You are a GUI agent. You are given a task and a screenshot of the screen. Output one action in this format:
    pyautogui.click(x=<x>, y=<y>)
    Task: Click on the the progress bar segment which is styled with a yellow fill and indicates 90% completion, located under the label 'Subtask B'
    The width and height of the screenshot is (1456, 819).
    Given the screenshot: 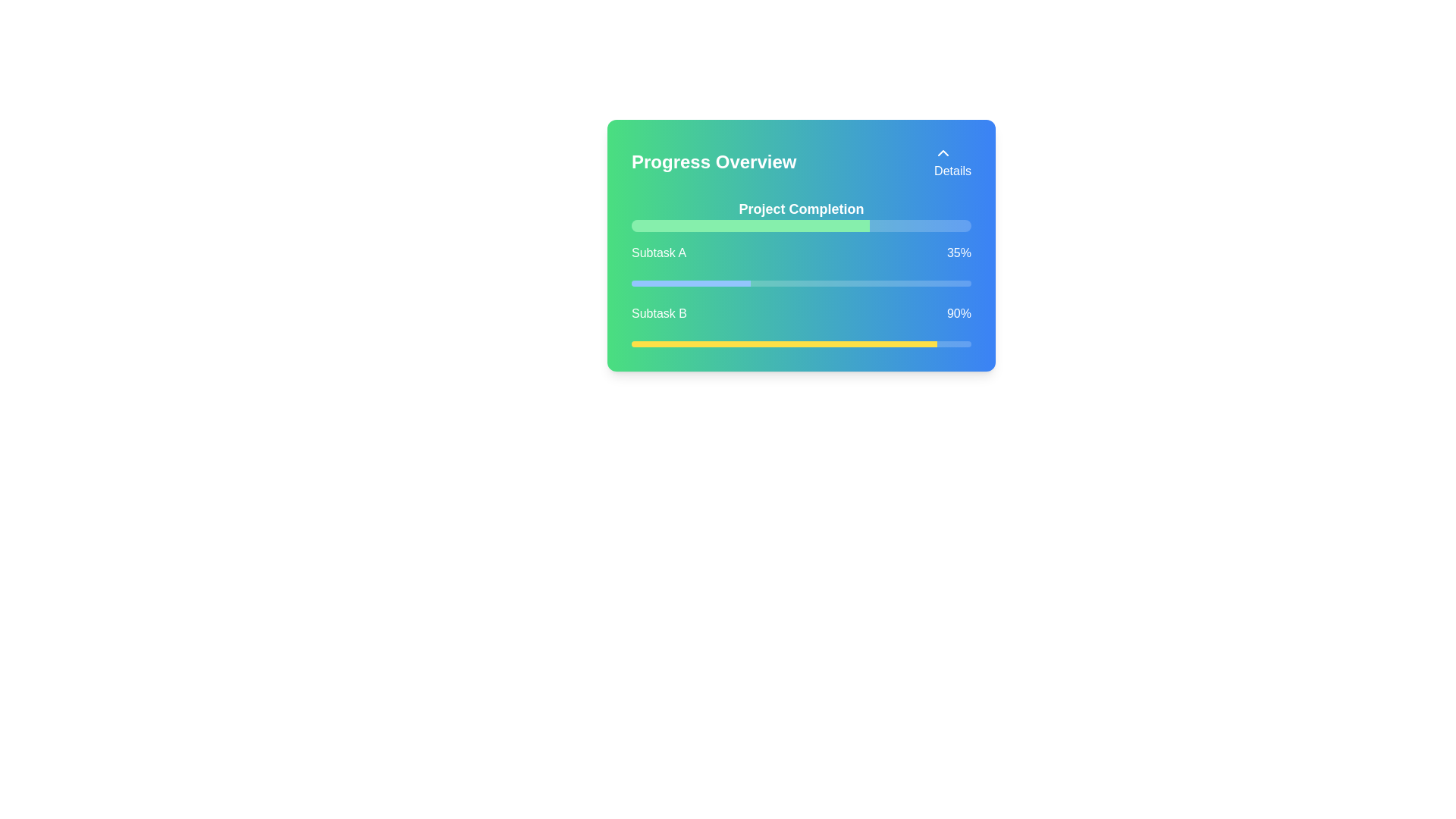 What is the action you would take?
    pyautogui.click(x=784, y=344)
    